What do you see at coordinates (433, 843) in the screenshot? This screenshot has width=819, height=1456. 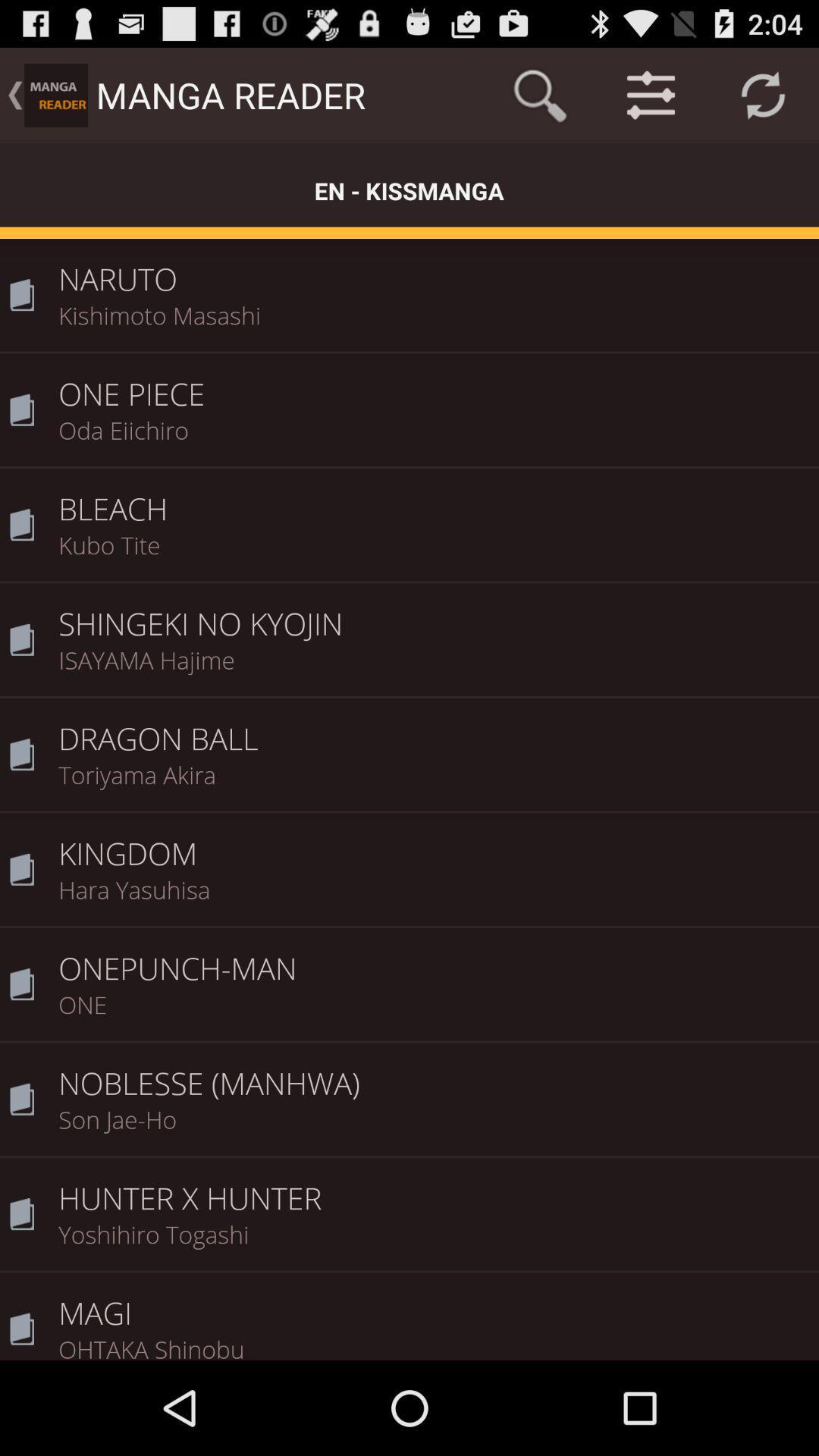 I see `the item below the toriyama akira` at bounding box center [433, 843].